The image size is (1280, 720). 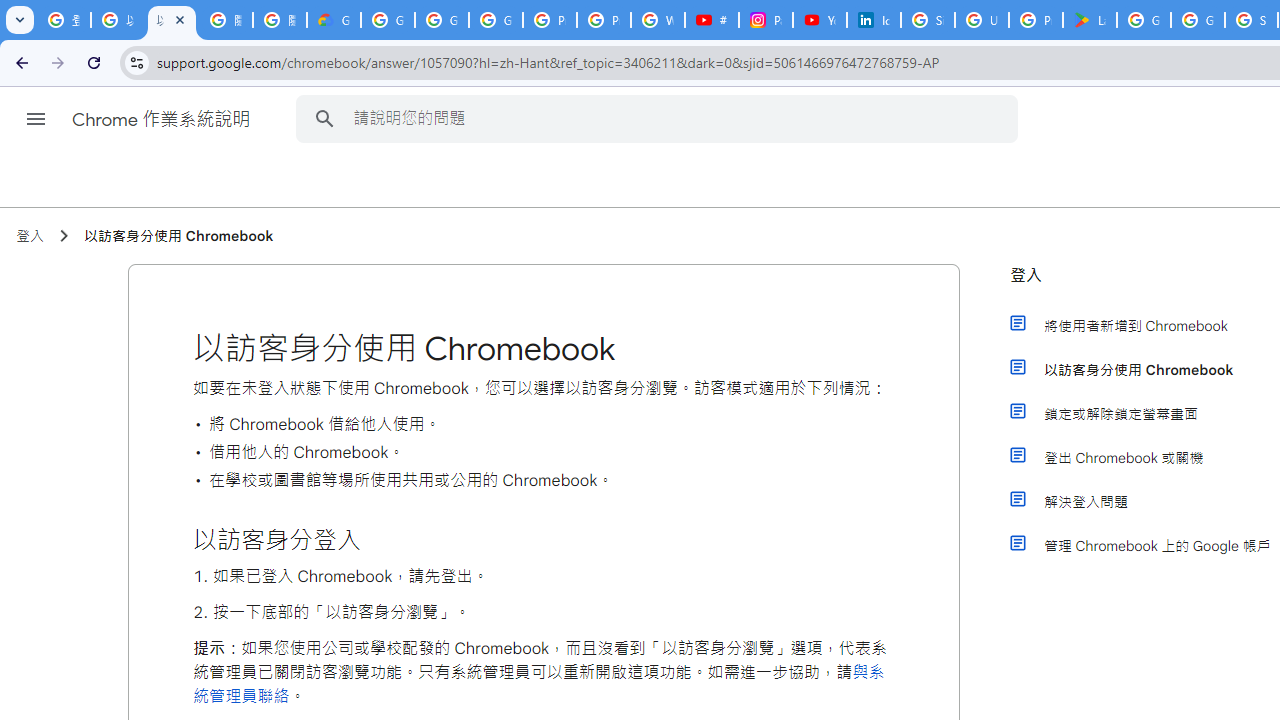 What do you see at coordinates (135, 61) in the screenshot?
I see `'View site information'` at bounding box center [135, 61].